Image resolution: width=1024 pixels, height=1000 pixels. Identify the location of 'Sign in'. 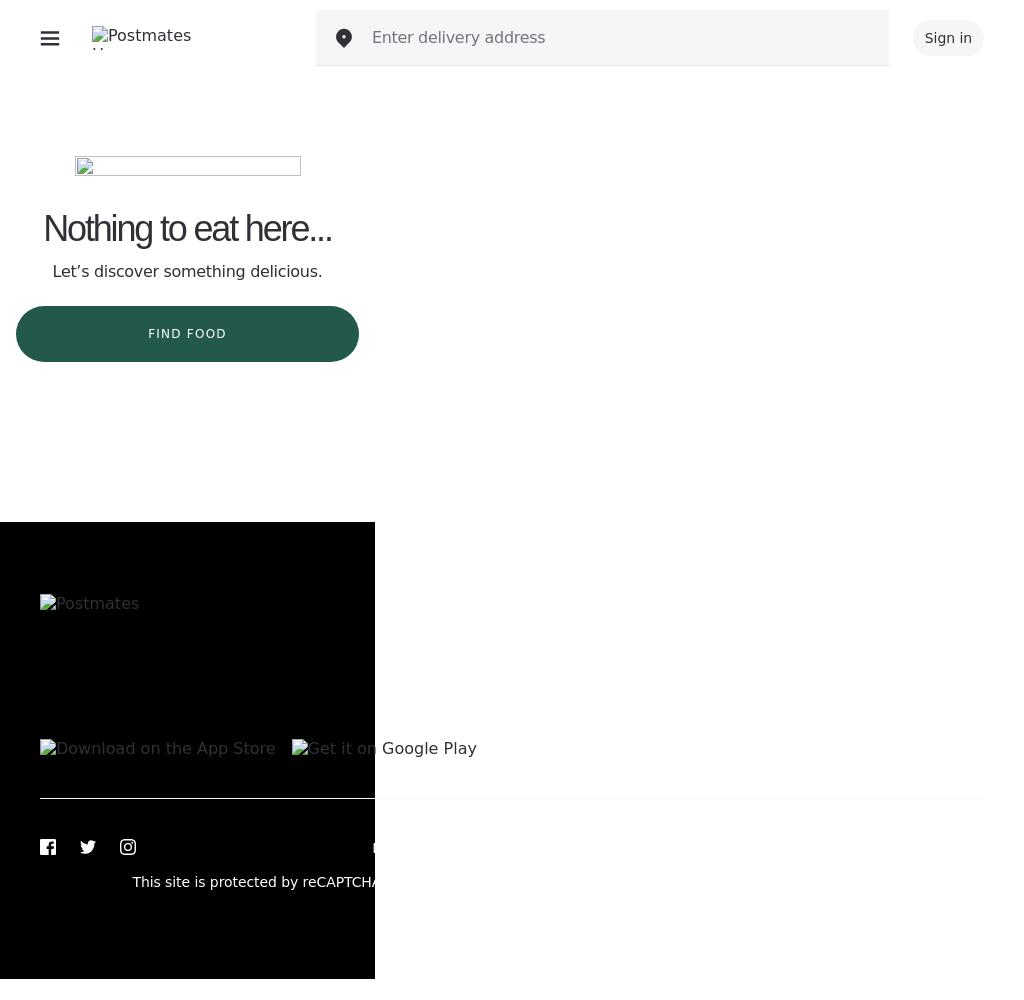
(948, 38).